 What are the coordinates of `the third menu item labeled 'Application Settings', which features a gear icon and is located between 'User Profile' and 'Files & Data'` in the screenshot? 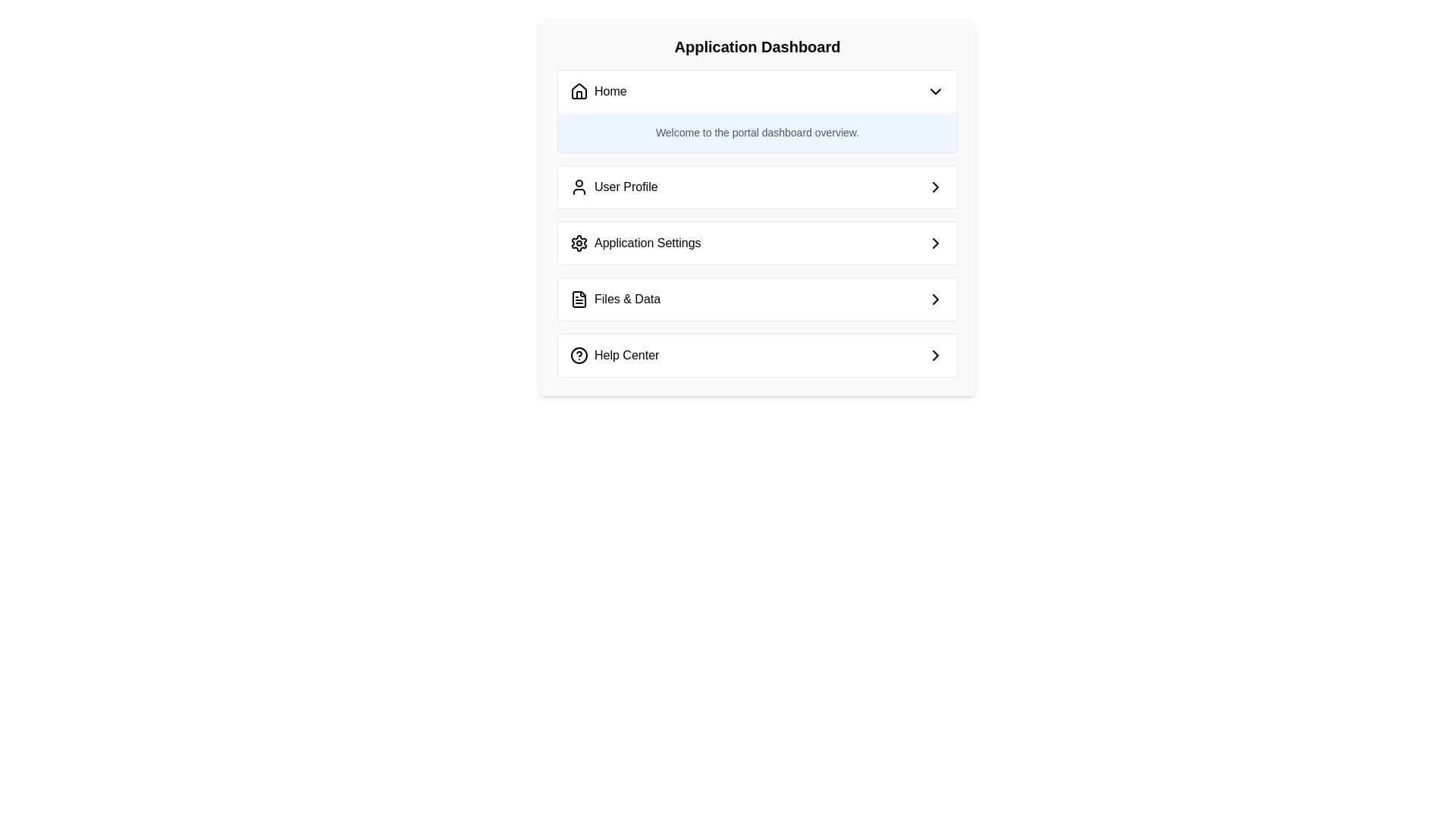 It's located at (635, 242).